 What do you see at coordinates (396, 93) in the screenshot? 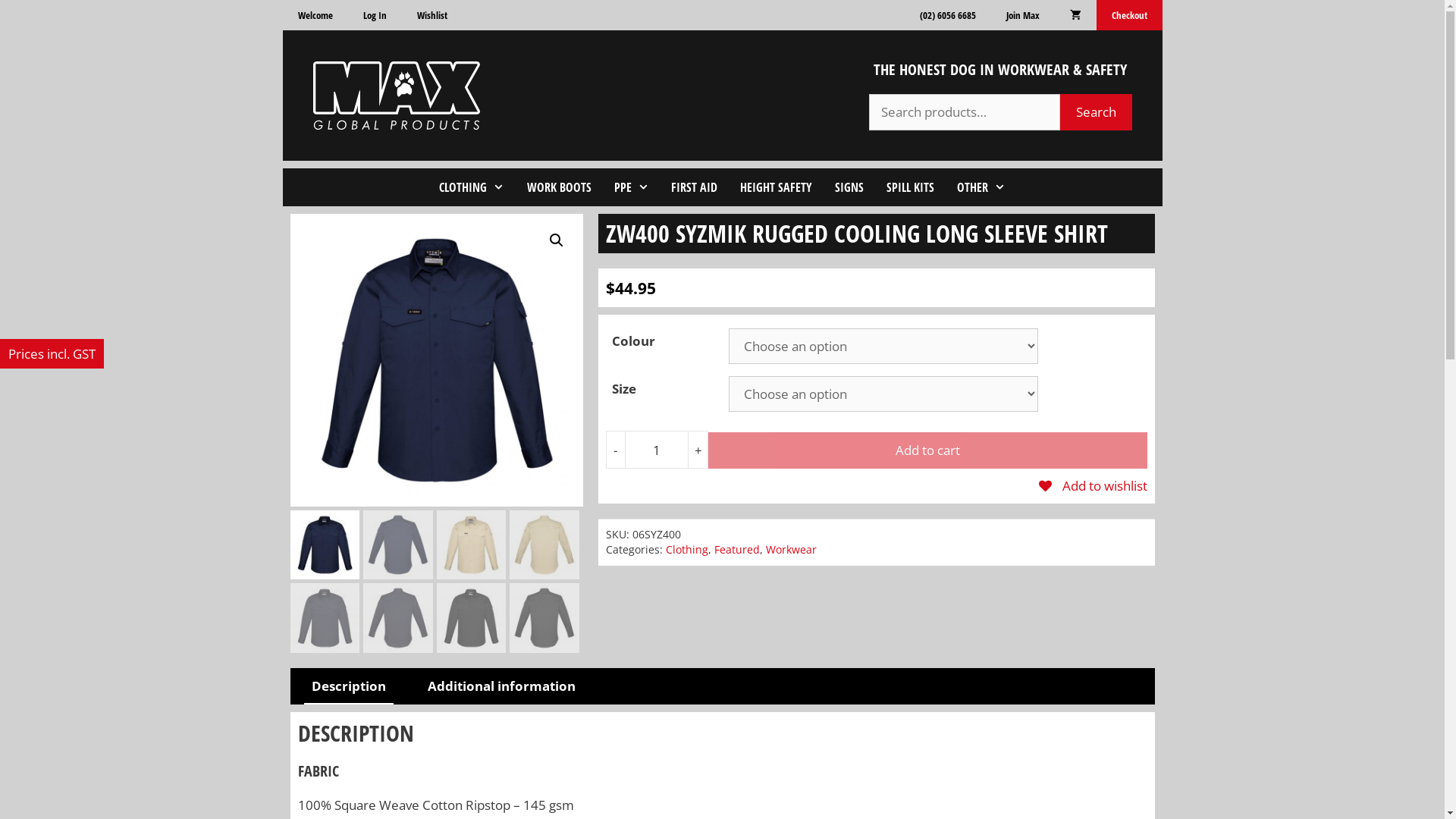
I see `'Max Global Products'` at bounding box center [396, 93].